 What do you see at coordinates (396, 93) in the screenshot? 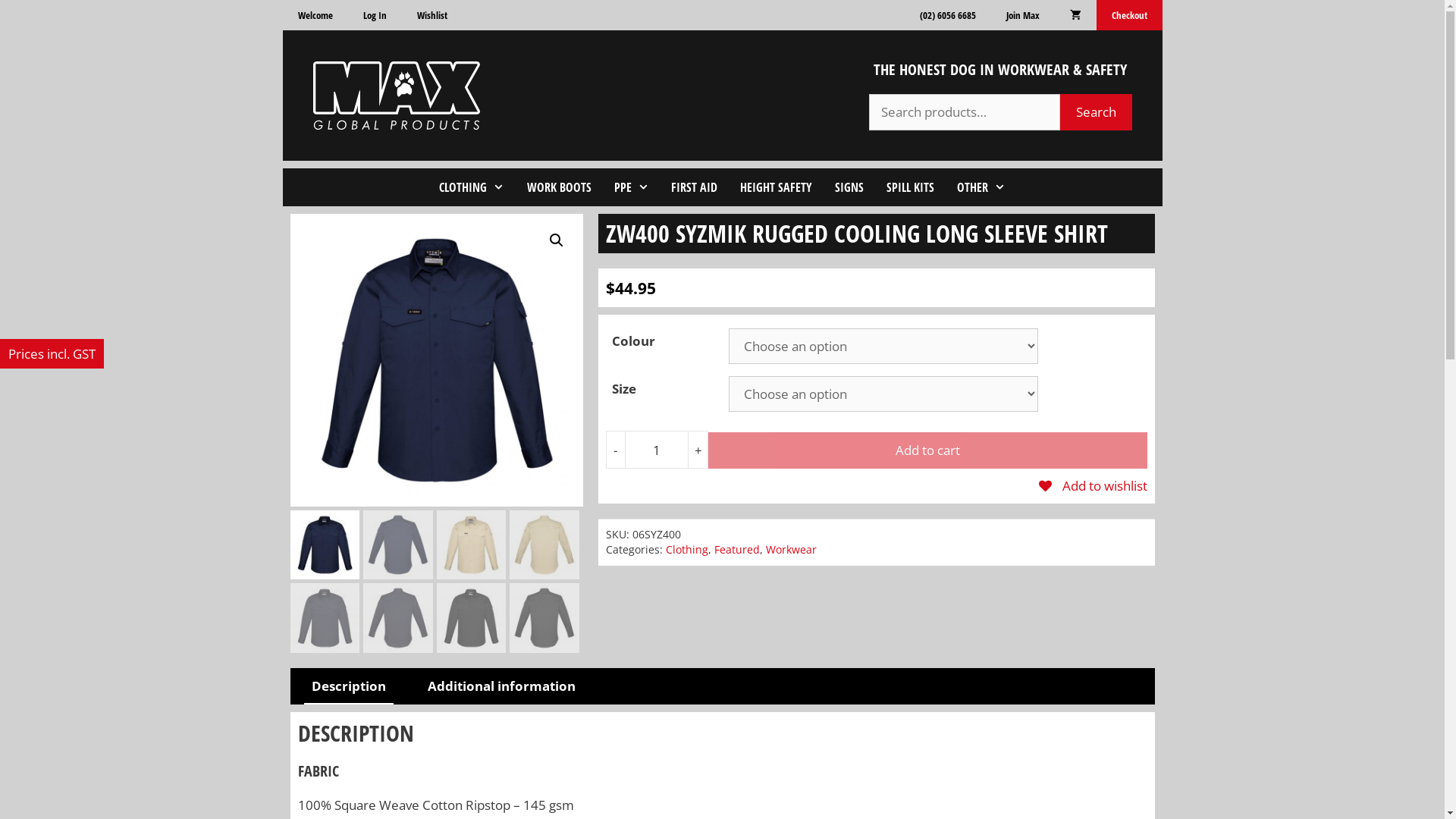
I see `'Max Global Products'` at bounding box center [396, 93].